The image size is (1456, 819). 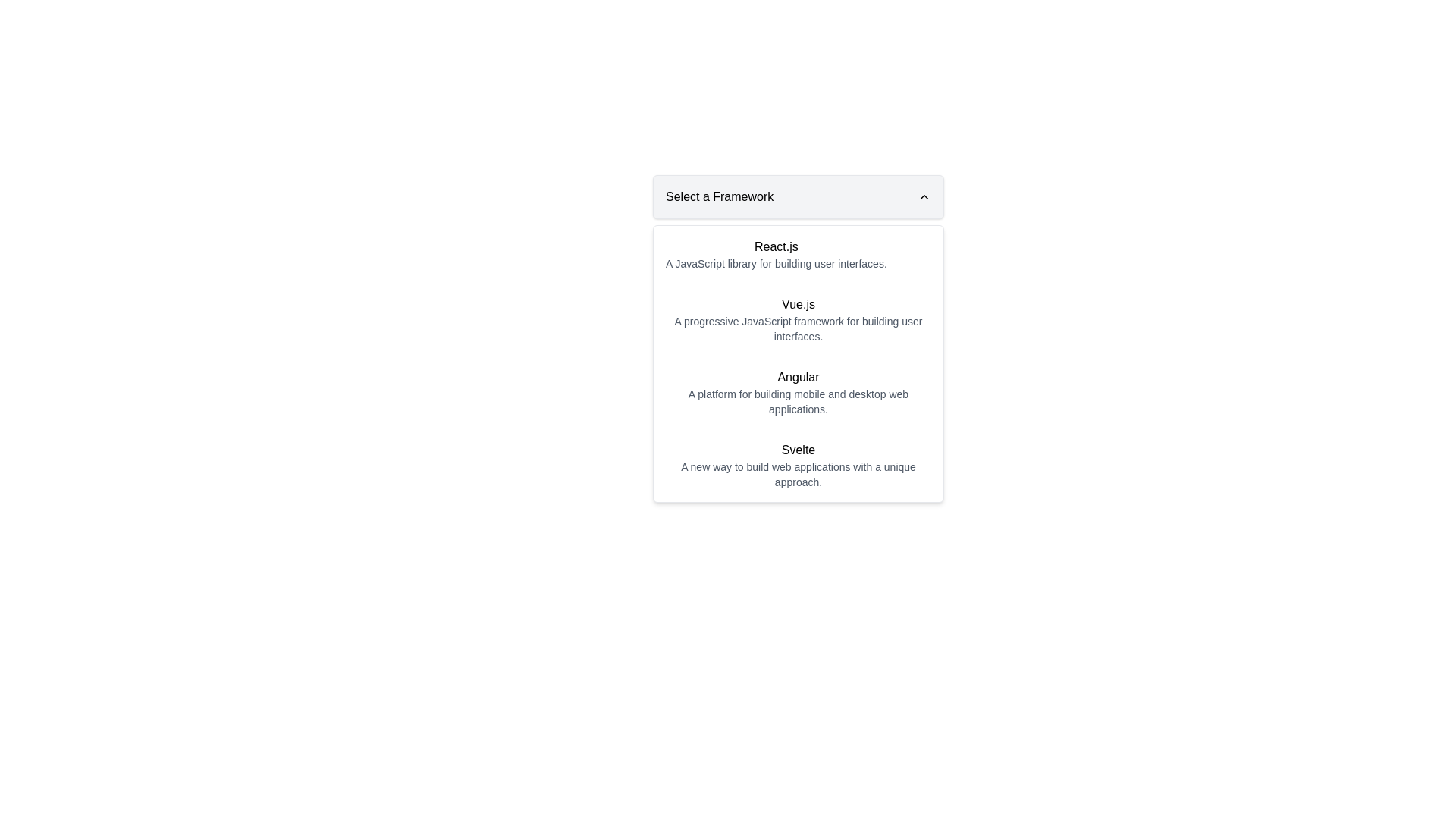 I want to click on the first dropdown menu option labeled 'React.js', so click(x=797, y=253).